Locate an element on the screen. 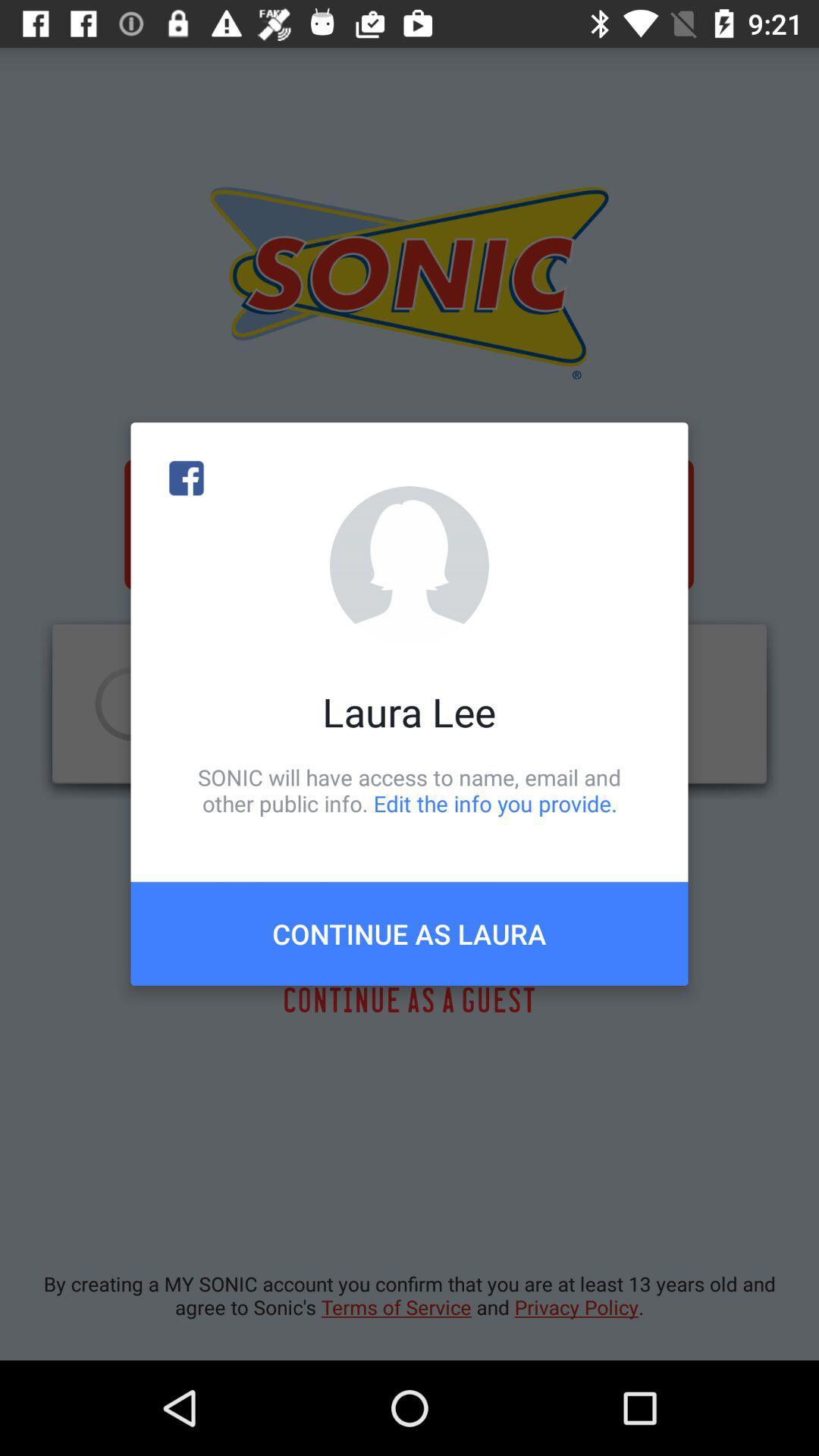 Image resolution: width=819 pixels, height=1456 pixels. the continue as laura item is located at coordinates (409, 933).